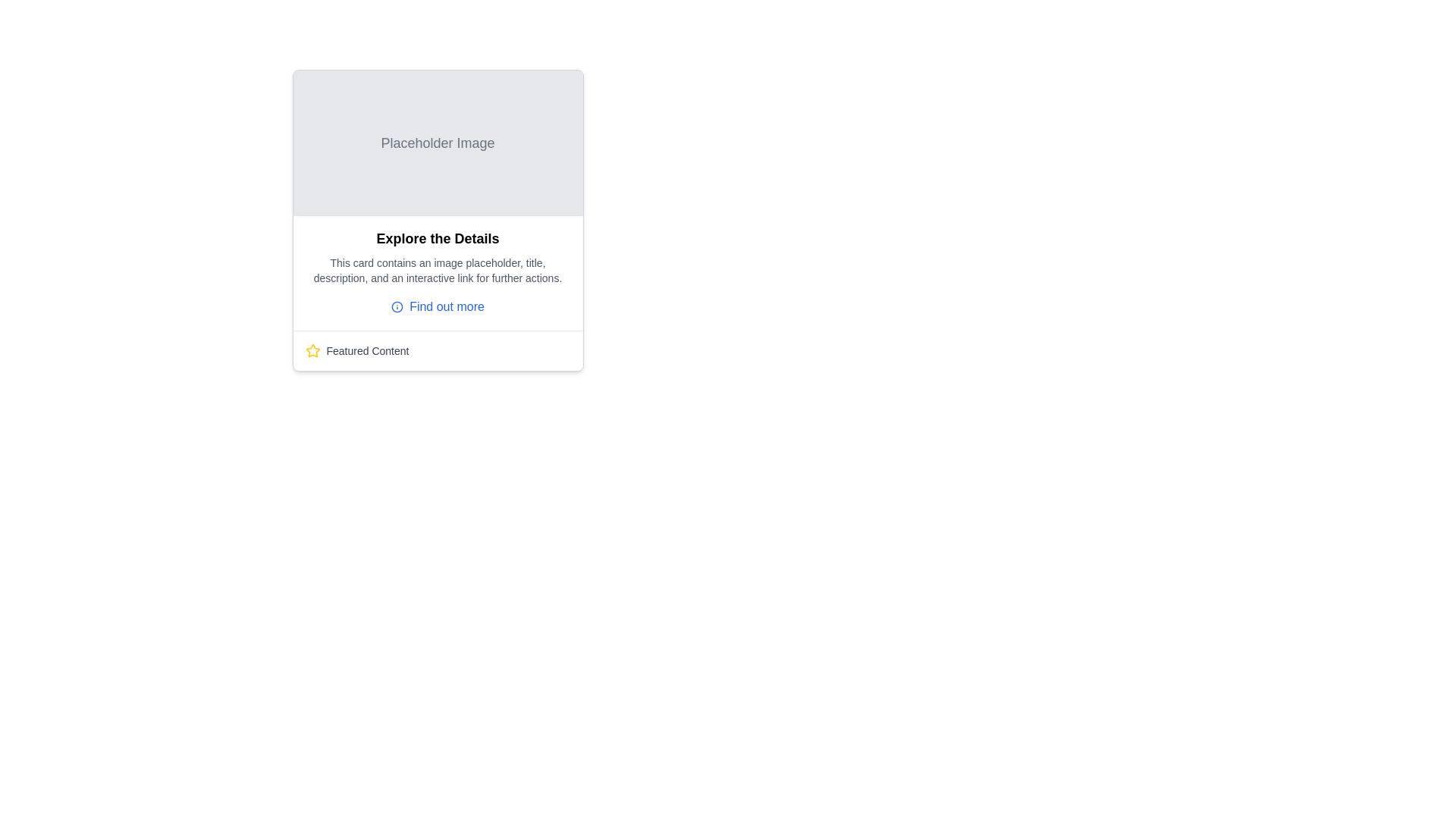  I want to click on the text block with a light gray font located below the 'Explore the Details' heading and above the 'Find out more' link, so click(437, 270).